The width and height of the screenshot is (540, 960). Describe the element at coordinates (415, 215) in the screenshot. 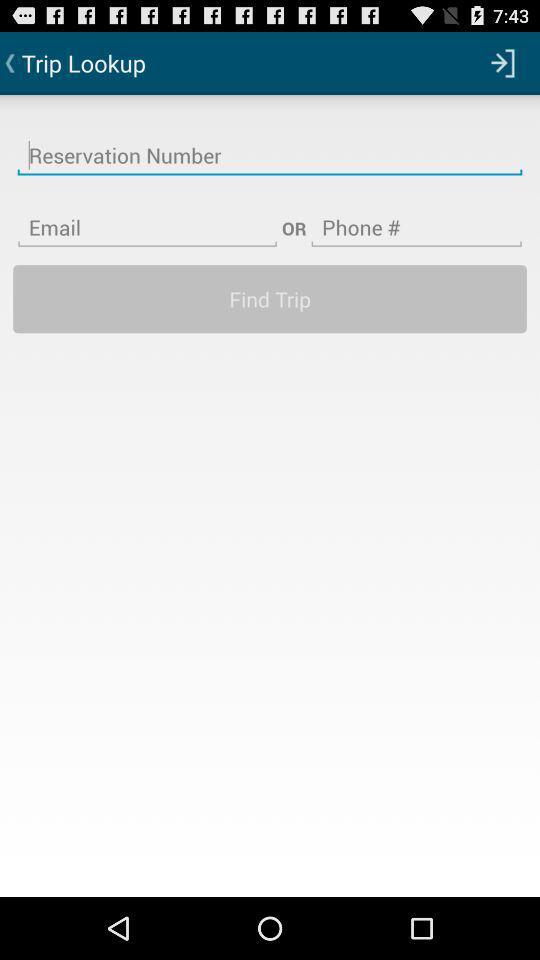

I see `icon next to or icon` at that location.